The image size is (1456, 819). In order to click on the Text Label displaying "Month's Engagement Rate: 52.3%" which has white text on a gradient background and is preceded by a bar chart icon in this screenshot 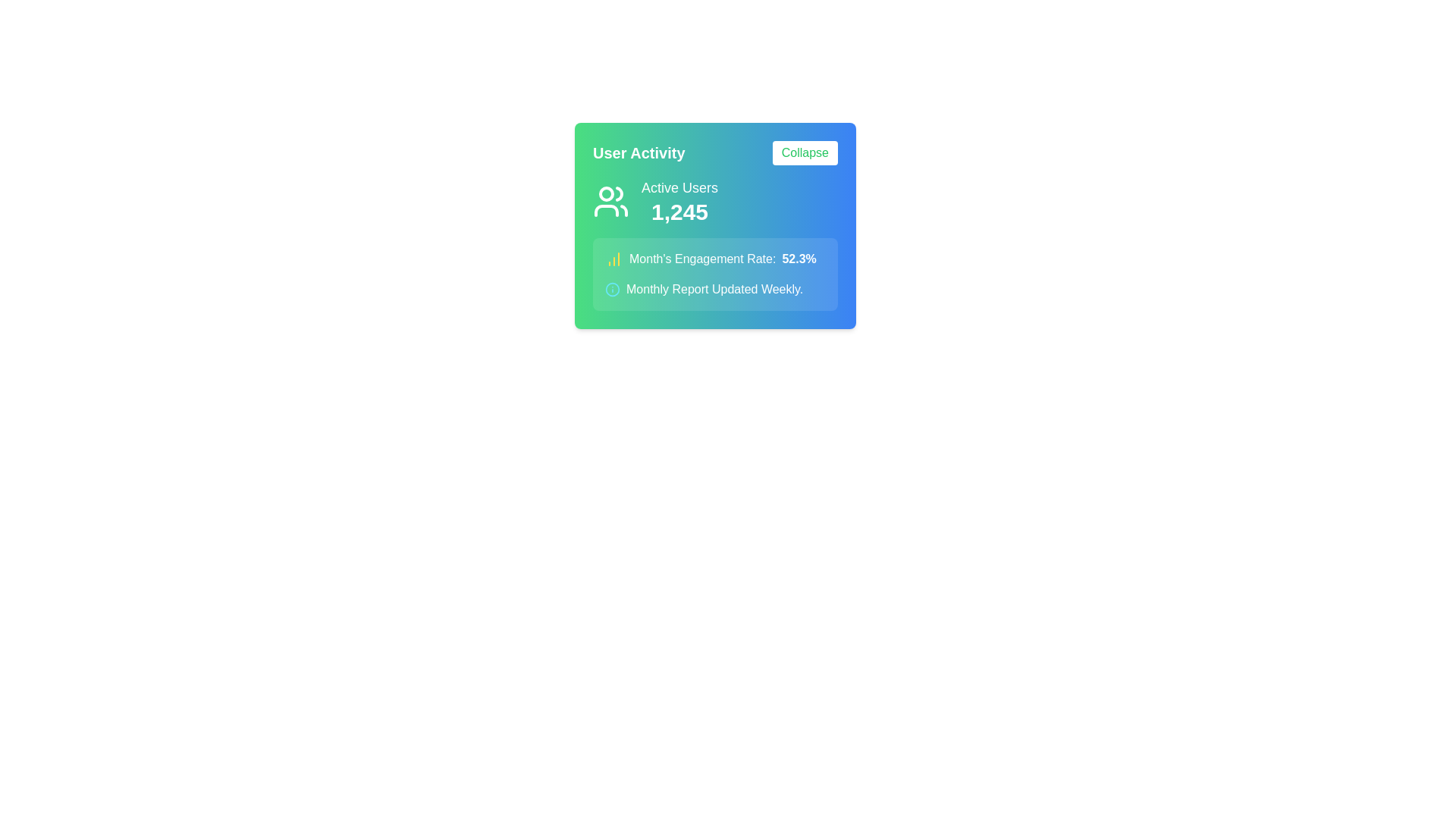, I will do `click(714, 259)`.